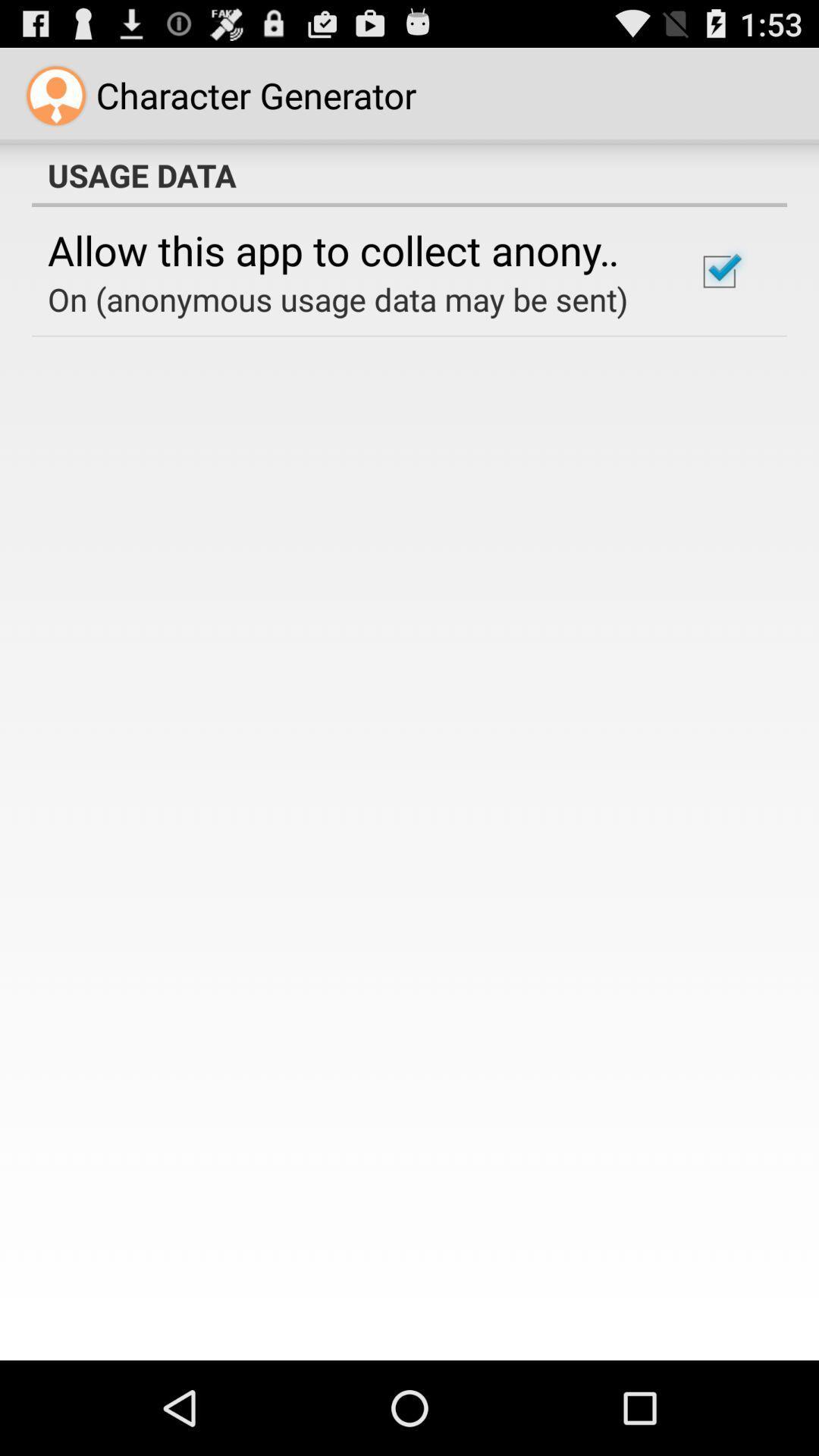 The width and height of the screenshot is (819, 1456). Describe the element at coordinates (351, 249) in the screenshot. I see `the icon above the on anonymous usage` at that location.